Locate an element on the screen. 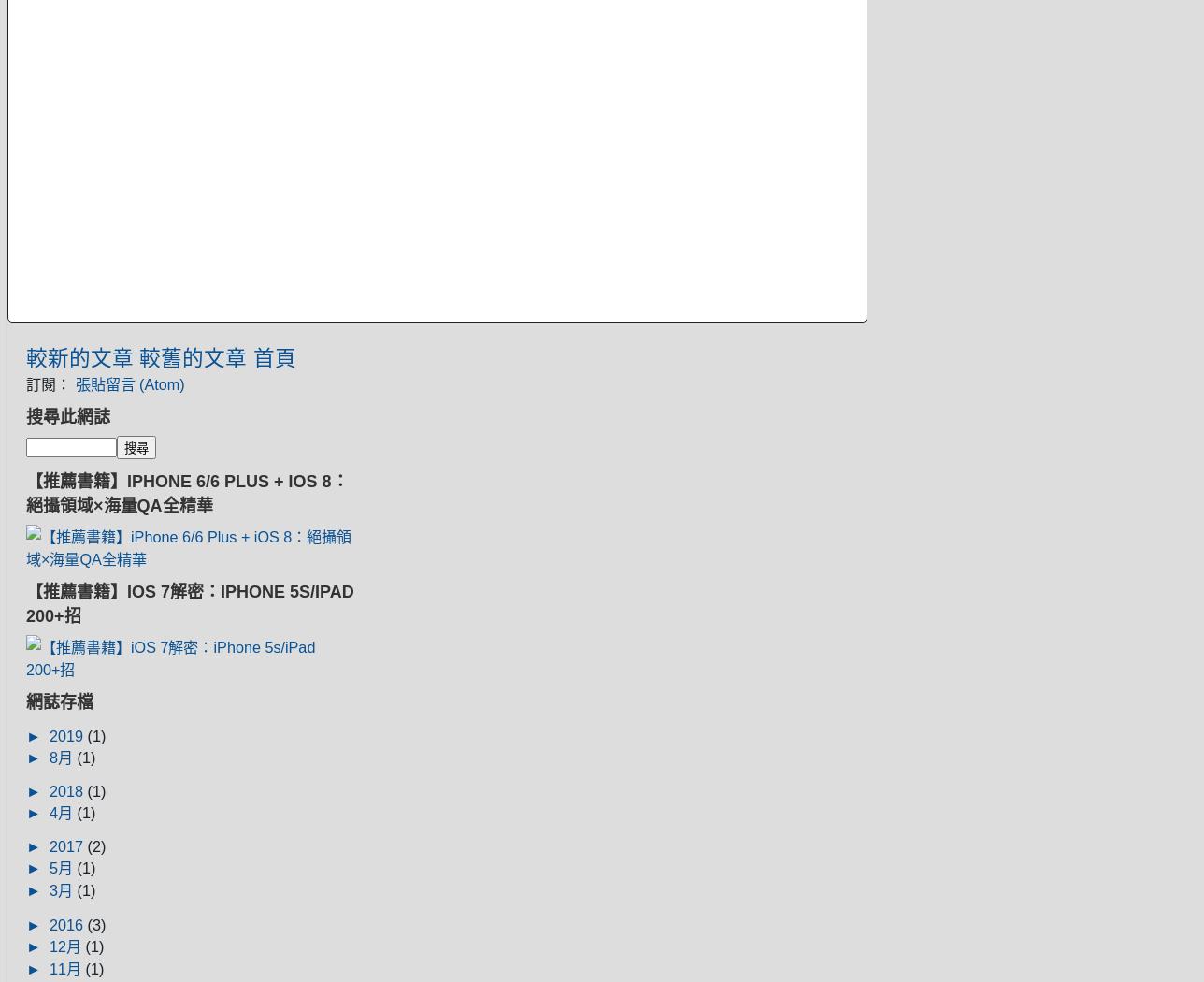 The width and height of the screenshot is (1204, 982). '11月' is located at coordinates (66, 966).